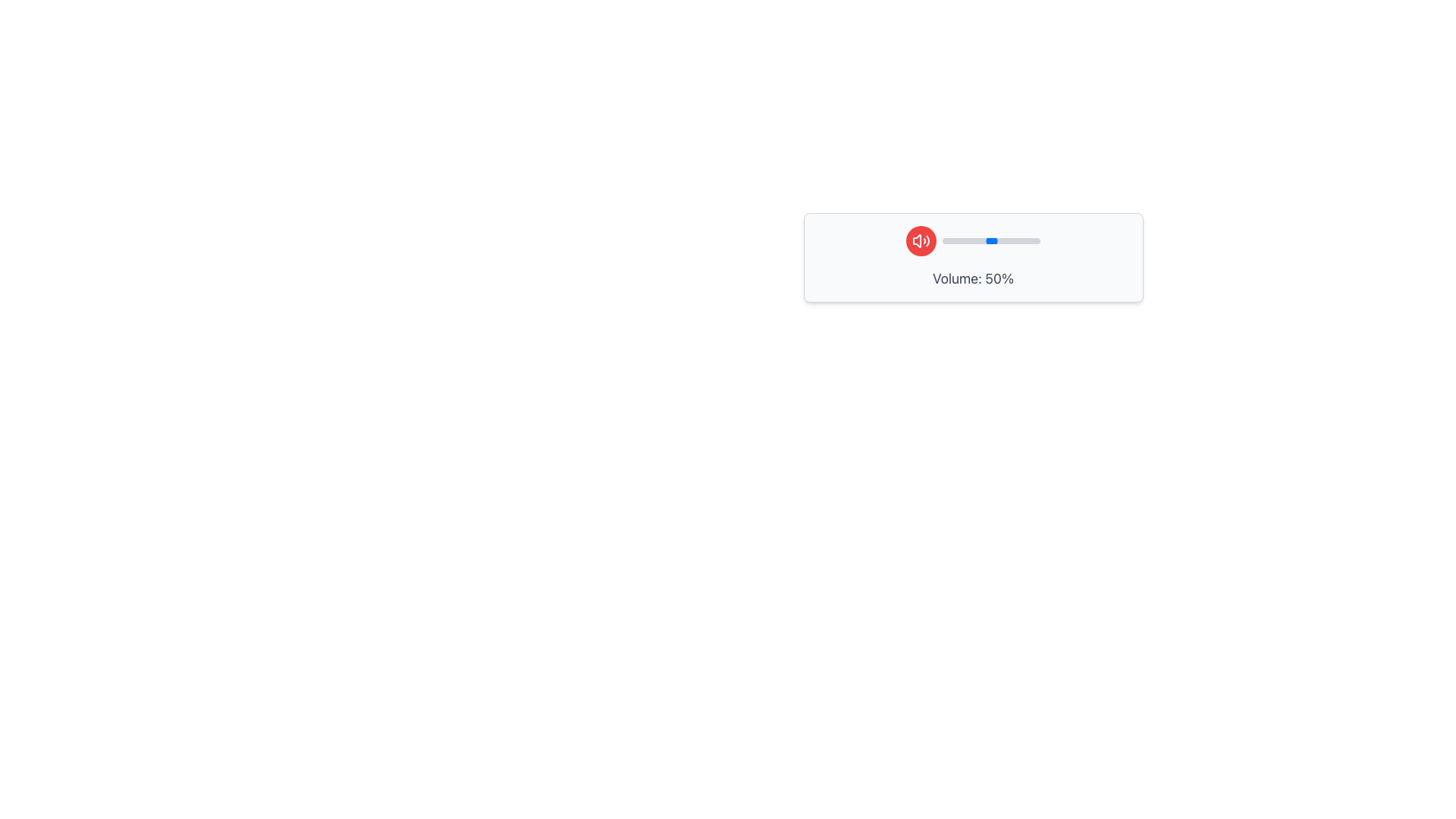 This screenshot has height=819, width=1456. I want to click on volume, so click(1002, 240).